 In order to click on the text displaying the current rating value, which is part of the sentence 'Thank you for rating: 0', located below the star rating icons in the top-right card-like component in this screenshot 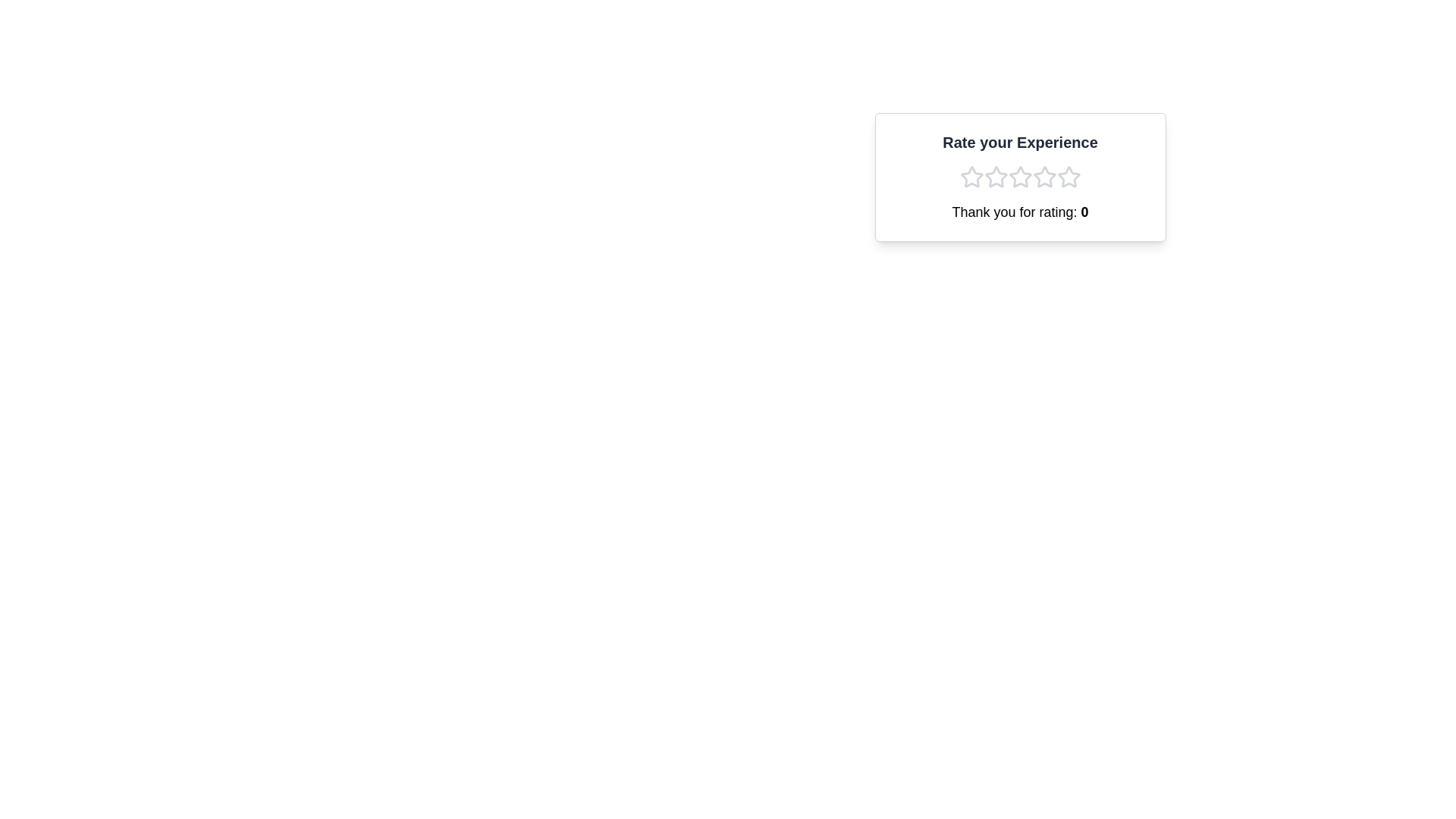, I will do `click(1084, 212)`.